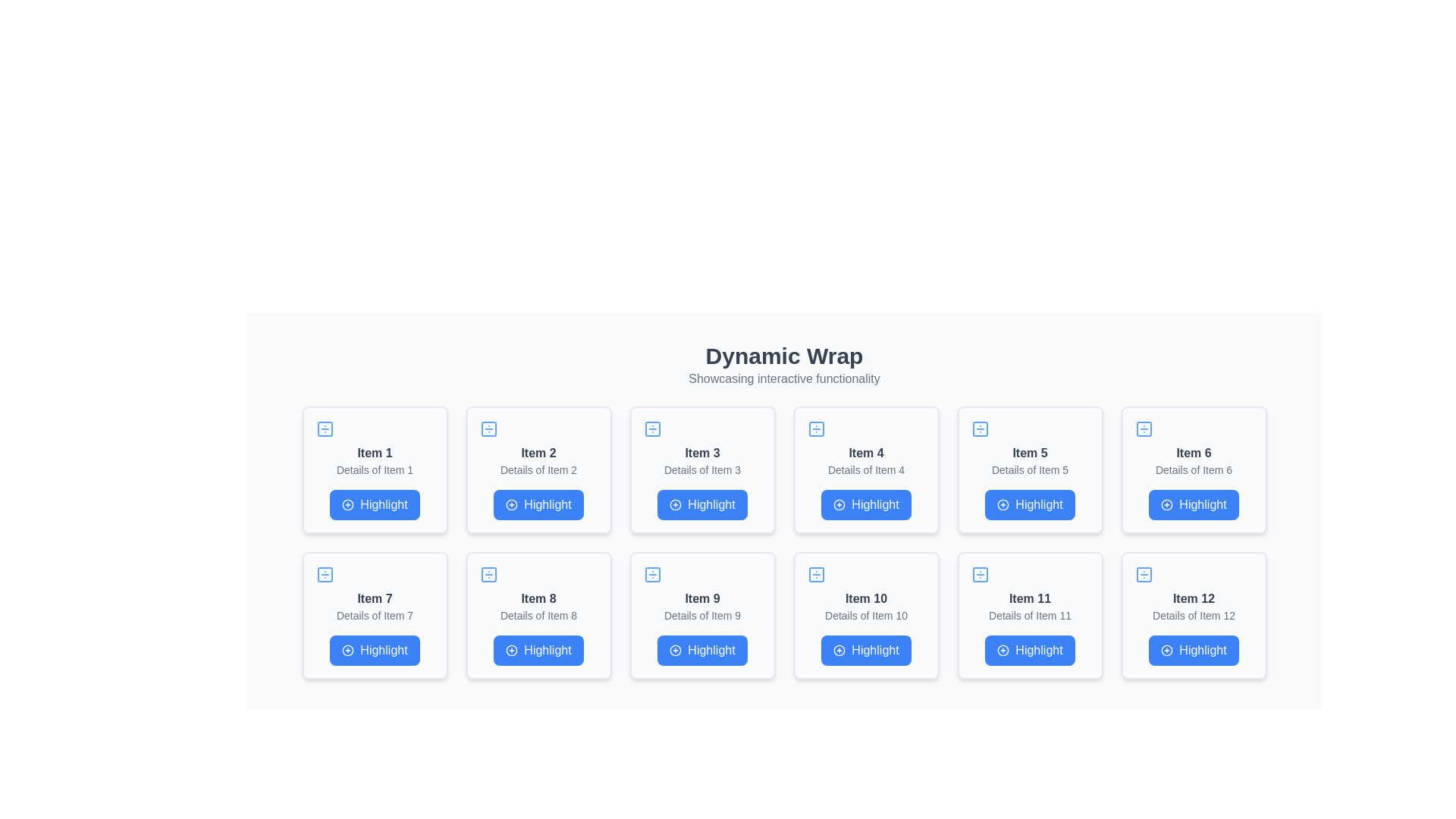 The image size is (1456, 819). What do you see at coordinates (866, 649) in the screenshot?
I see `the button located at the bottom of the card labeled 'Item 10' in the third card of the fourth row` at bounding box center [866, 649].